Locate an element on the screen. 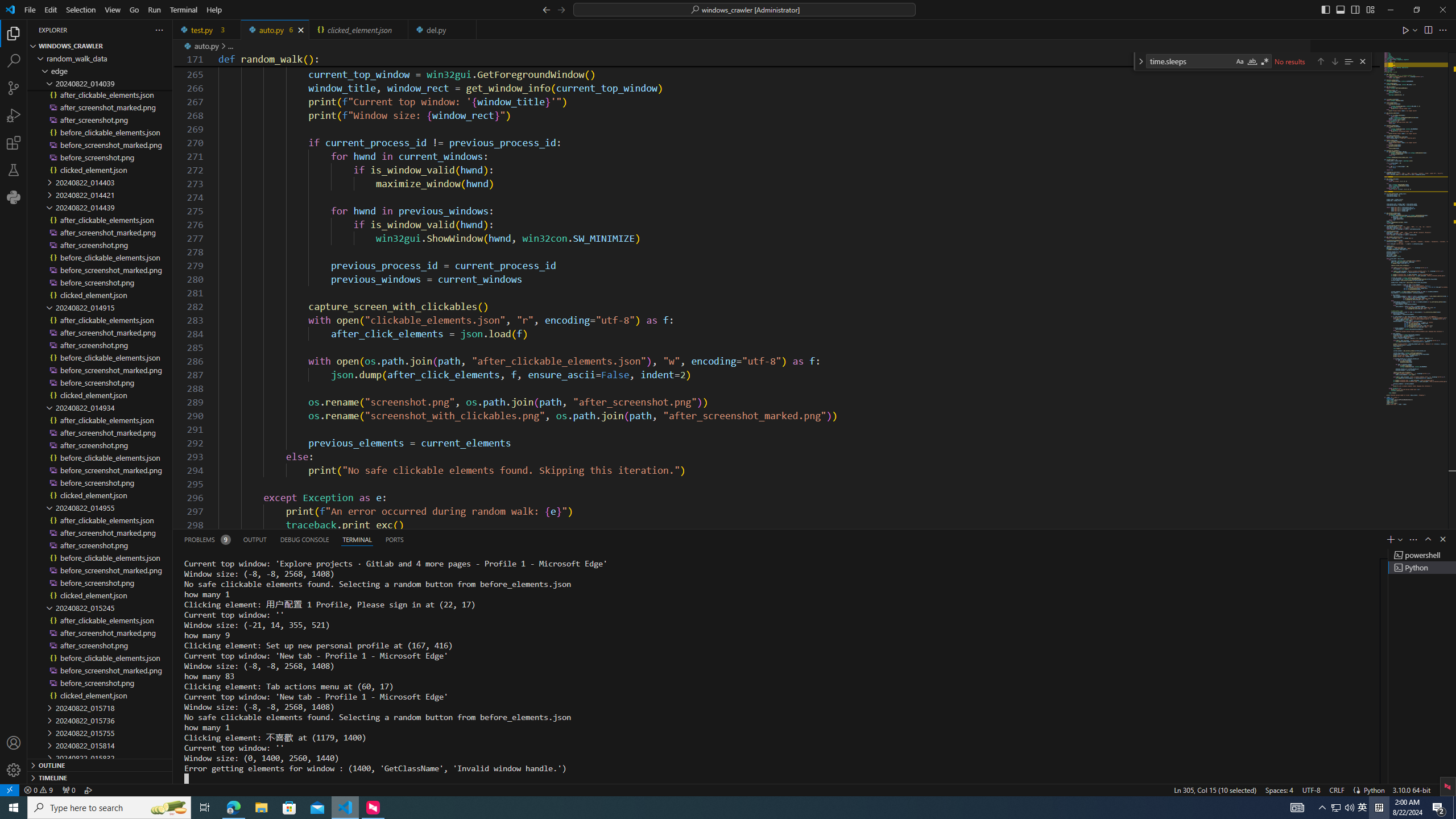 This screenshot has width=1456, height=819. 'Terminal 5 Python' is located at coordinates (1422, 566).